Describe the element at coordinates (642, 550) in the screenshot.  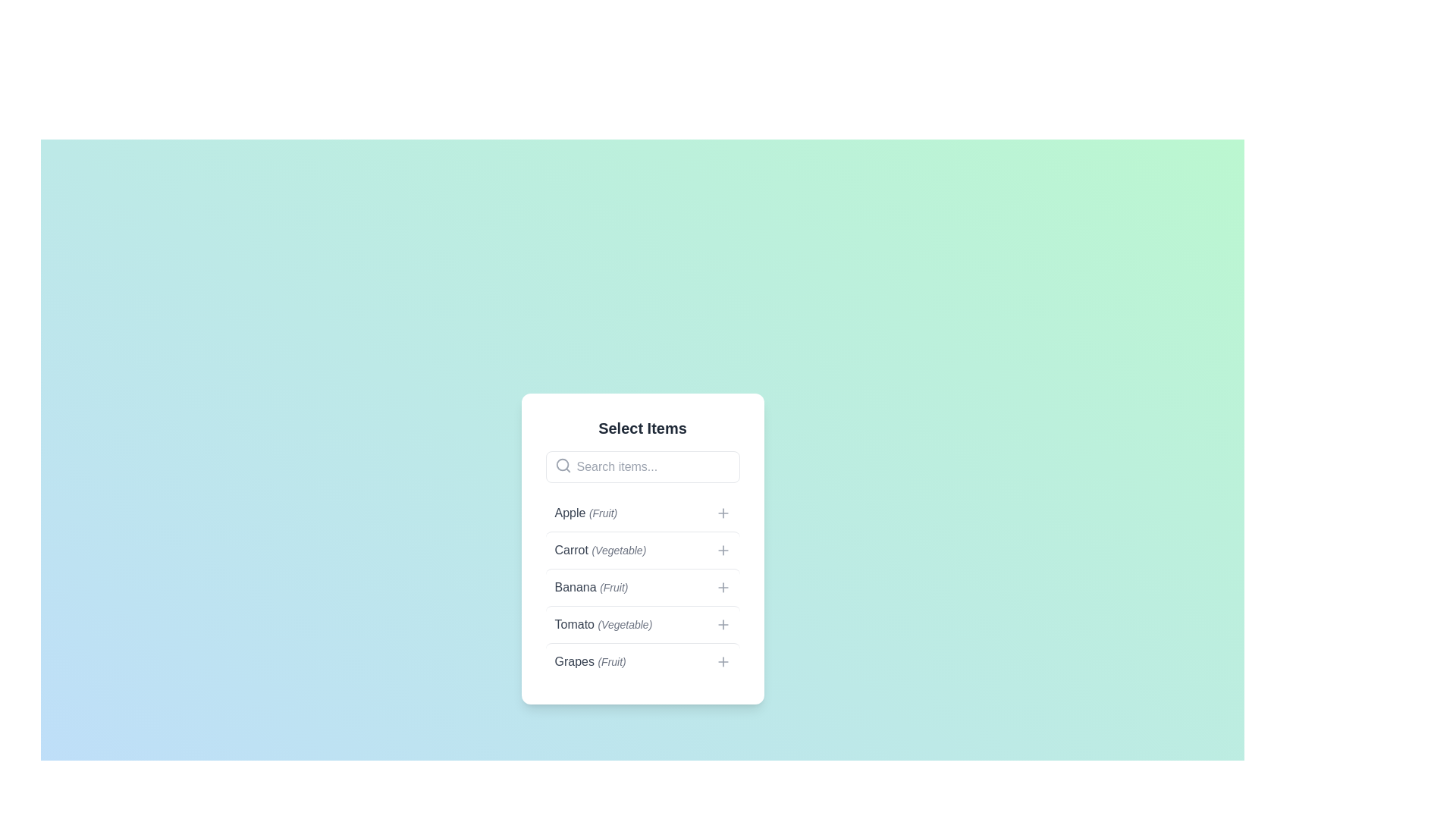
I see `the '+' icon on the list item labeled 'Carrot (Vegetable)'` at that location.